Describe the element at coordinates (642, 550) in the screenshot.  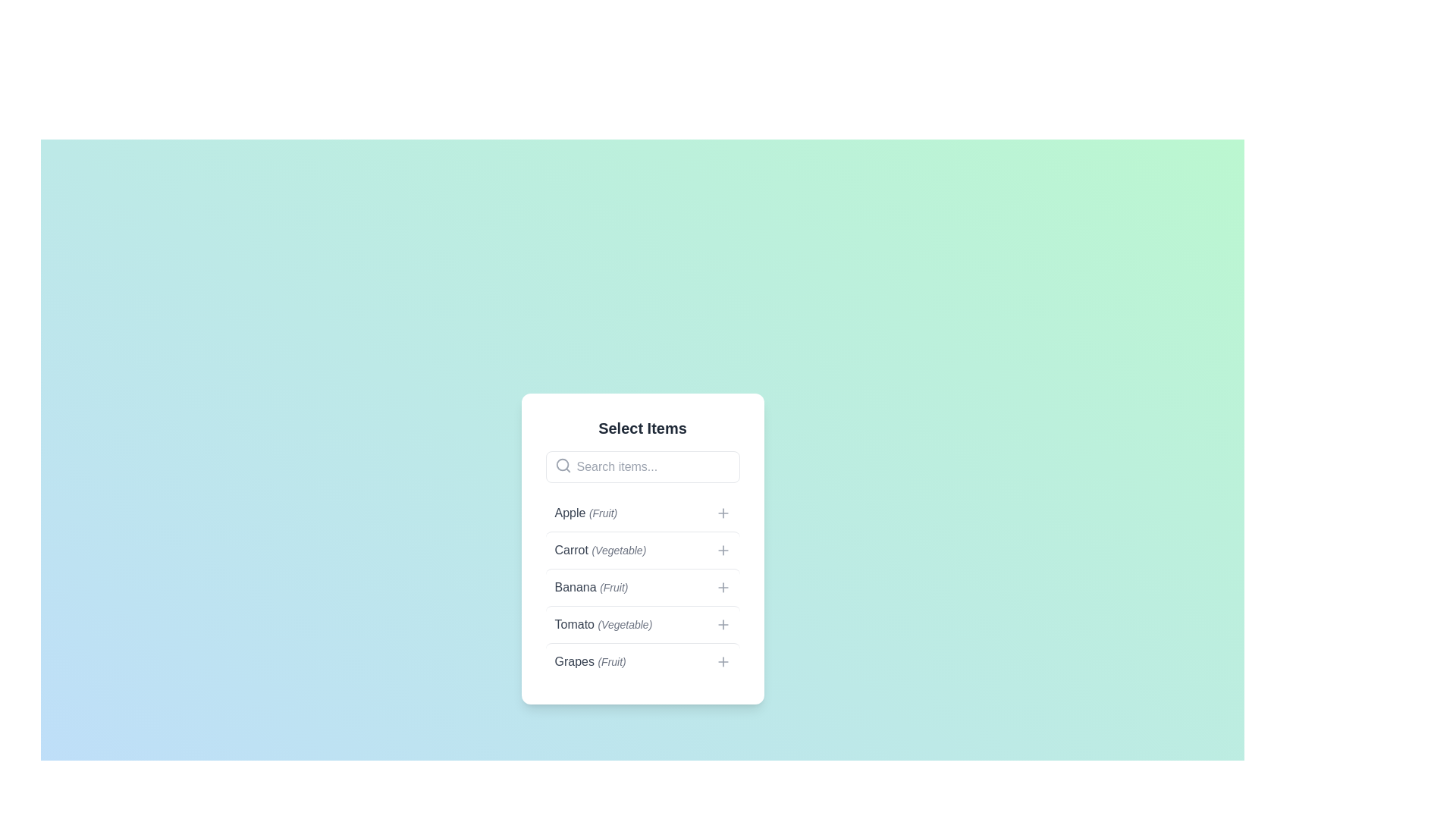
I see `the '+' icon on the list item labeled 'Carrot (Vegetable)'` at that location.